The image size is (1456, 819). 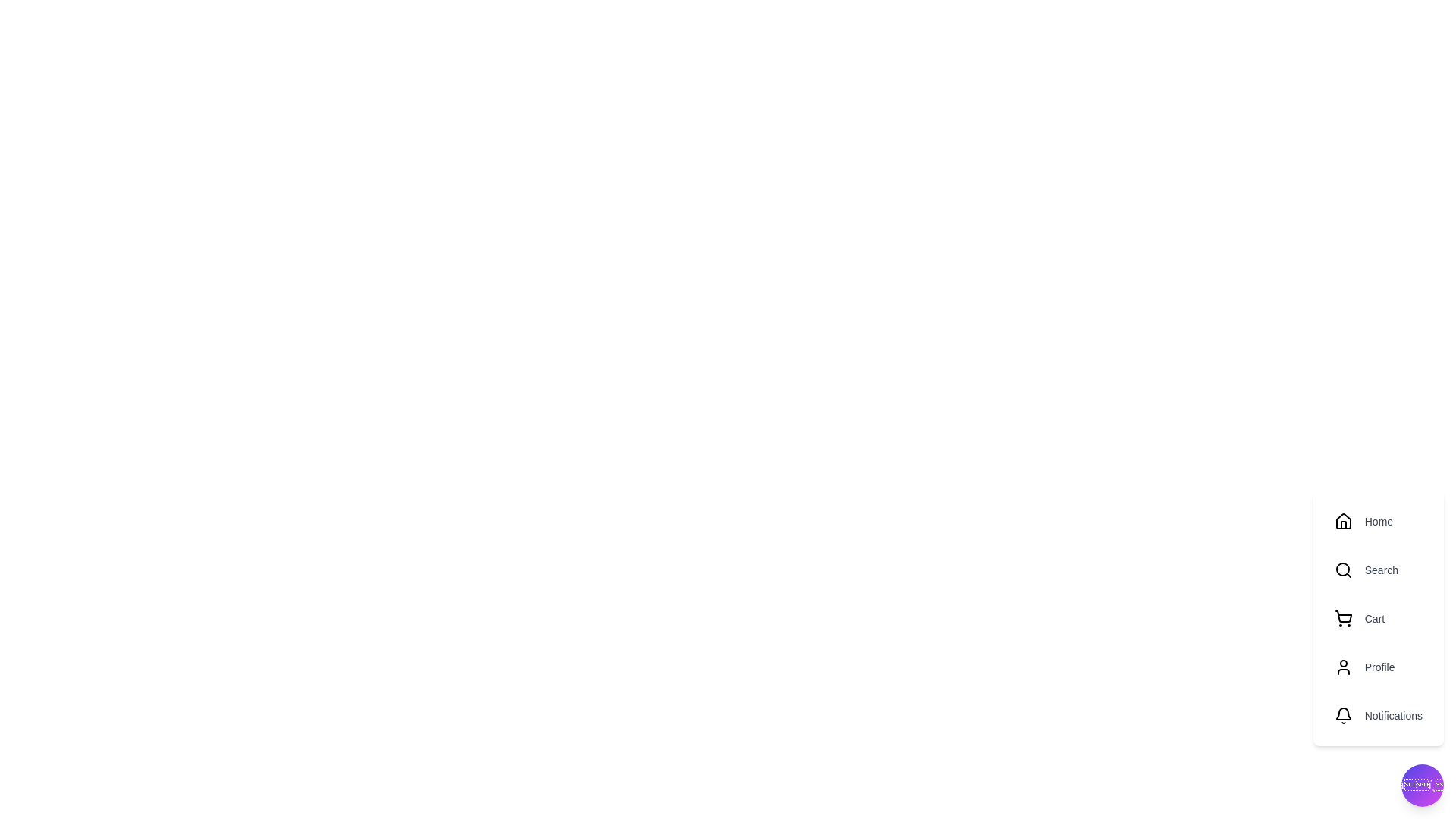 What do you see at coordinates (1379, 716) in the screenshot?
I see `the 'Notifications' option in the menu` at bounding box center [1379, 716].